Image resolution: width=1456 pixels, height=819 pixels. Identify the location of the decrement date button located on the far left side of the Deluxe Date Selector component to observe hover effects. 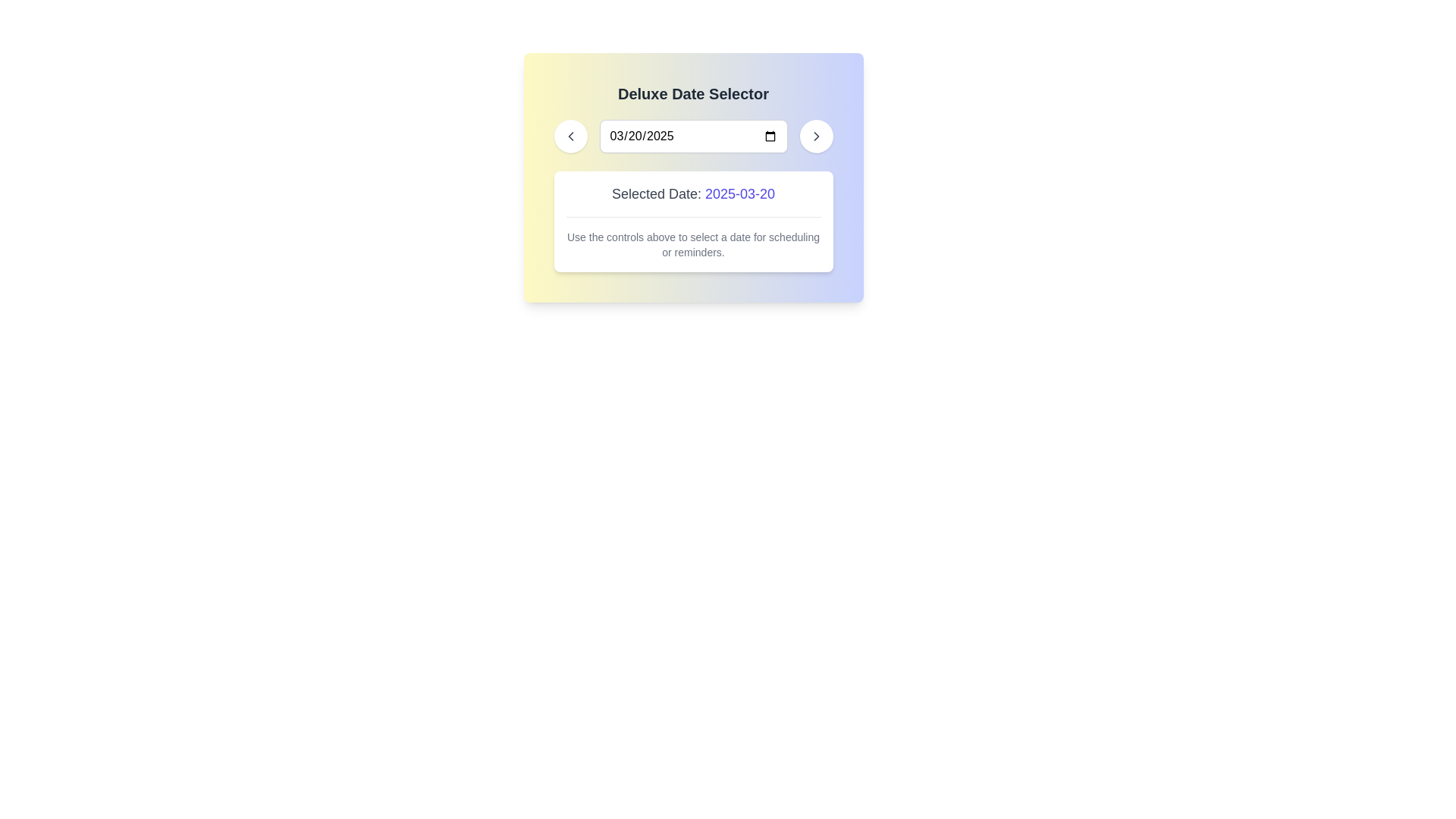
(570, 136).